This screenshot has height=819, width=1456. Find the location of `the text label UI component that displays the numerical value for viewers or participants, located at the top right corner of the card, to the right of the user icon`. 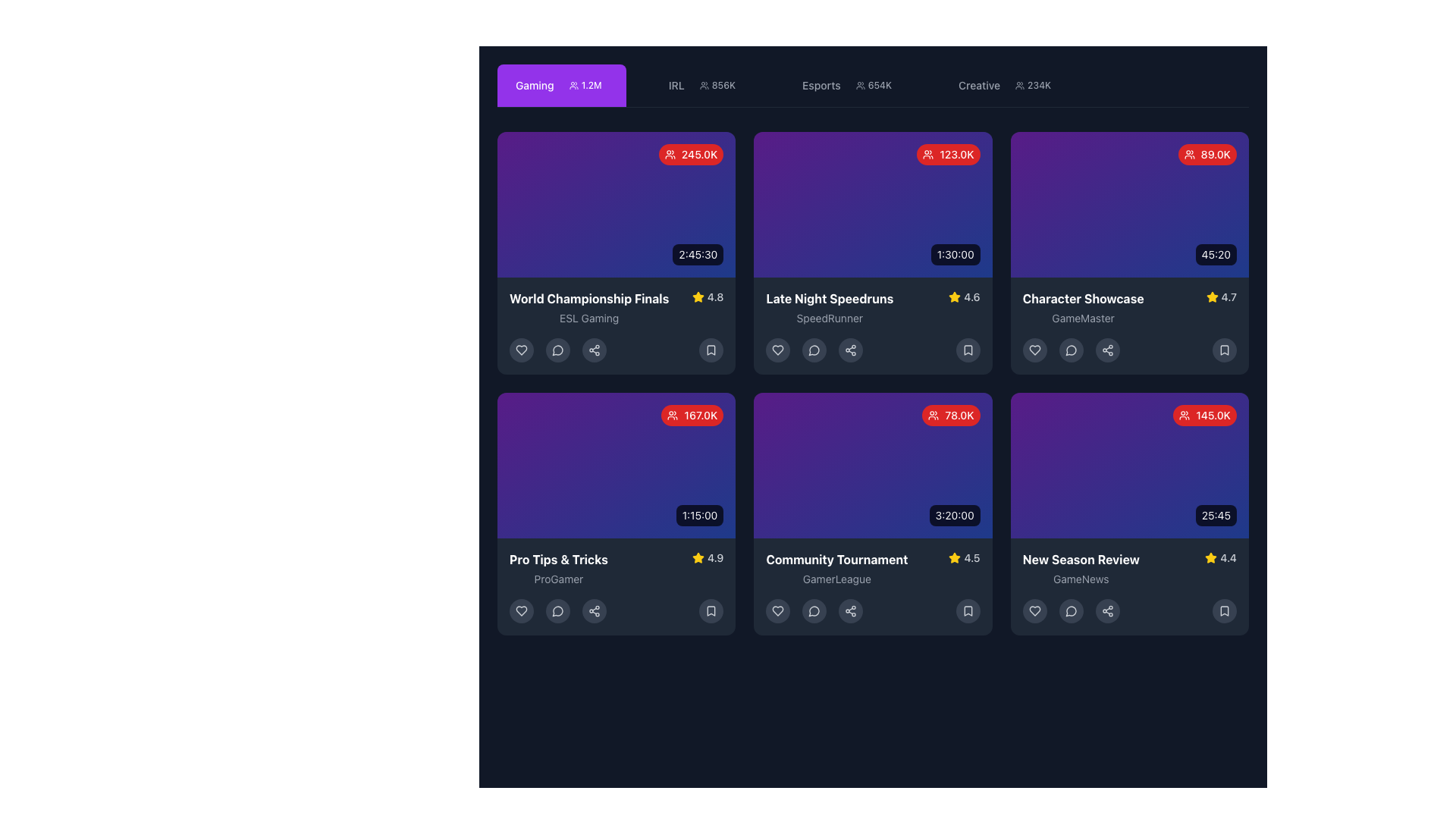

the text label UI component that displays the numerical value for viewers or participants, located at the top right corner of the card, to the right of the user icon is located at coordinates (700, 415).